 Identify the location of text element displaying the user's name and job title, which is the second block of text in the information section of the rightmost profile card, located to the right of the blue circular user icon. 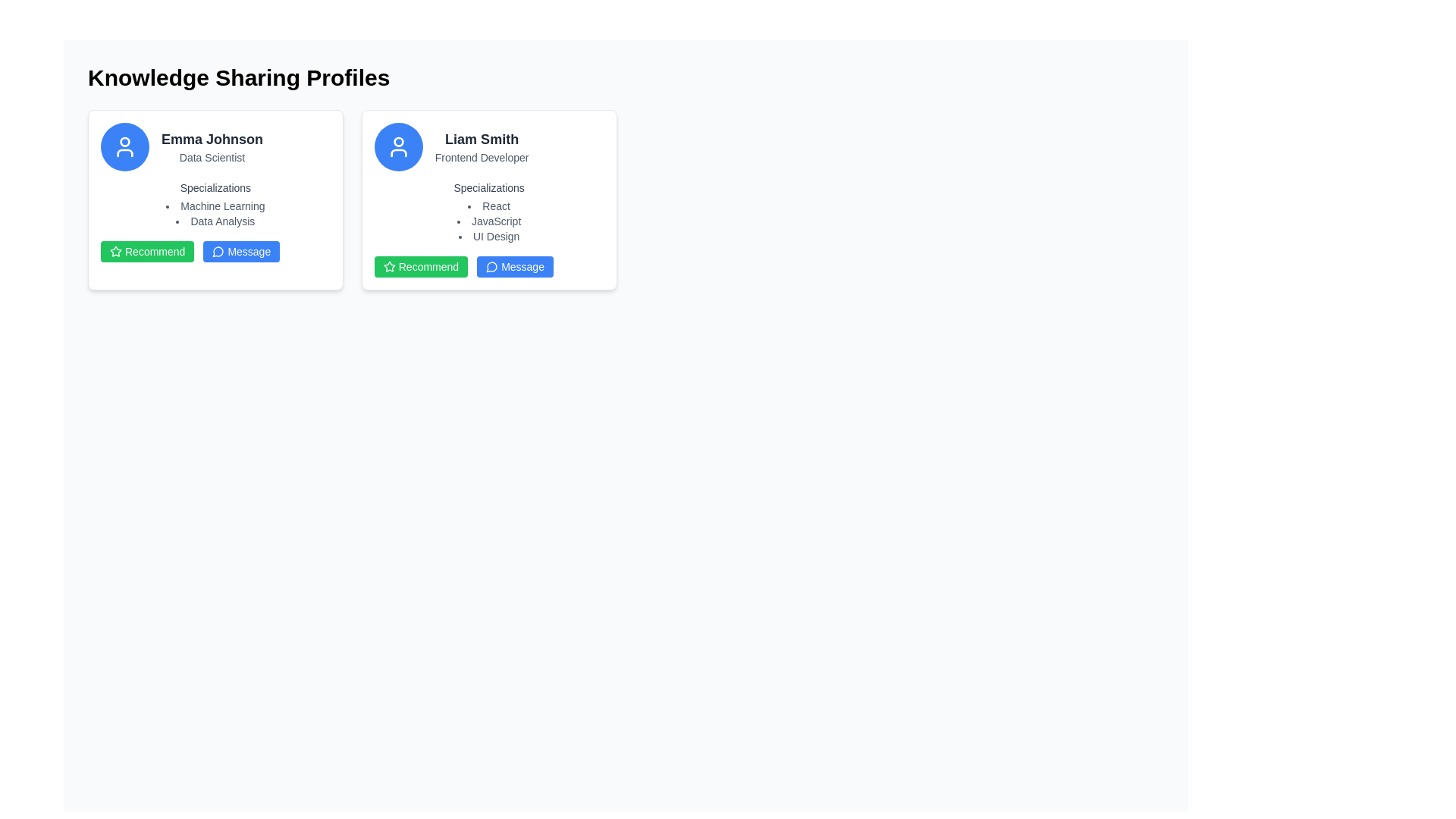
(481, 146).